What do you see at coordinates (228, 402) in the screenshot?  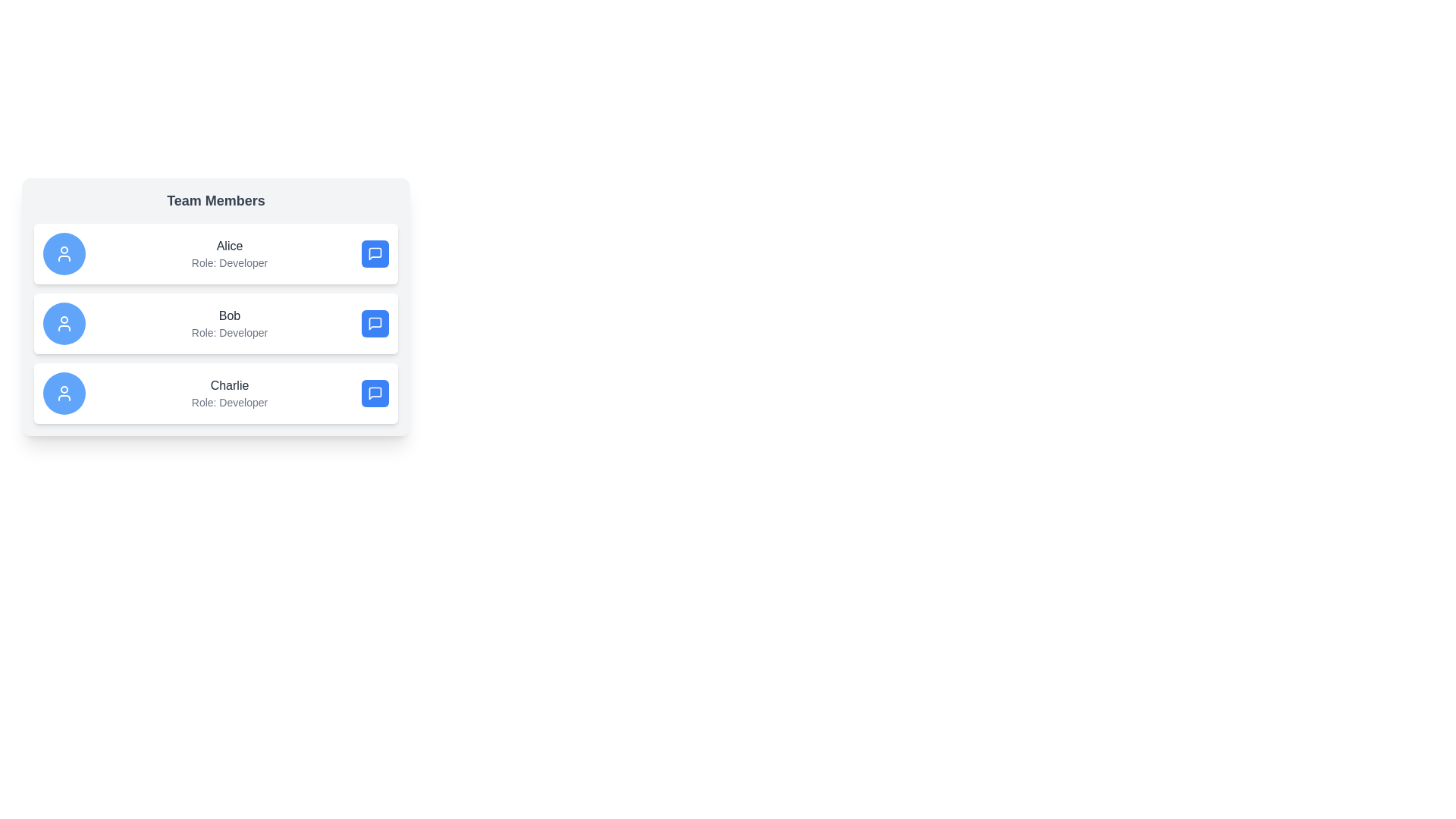 I see `the content of the Text Label element that displays 'Role: Developer' under the 'Charlie' entry in the 'Team Members' list` at bounding box center [228, 402].